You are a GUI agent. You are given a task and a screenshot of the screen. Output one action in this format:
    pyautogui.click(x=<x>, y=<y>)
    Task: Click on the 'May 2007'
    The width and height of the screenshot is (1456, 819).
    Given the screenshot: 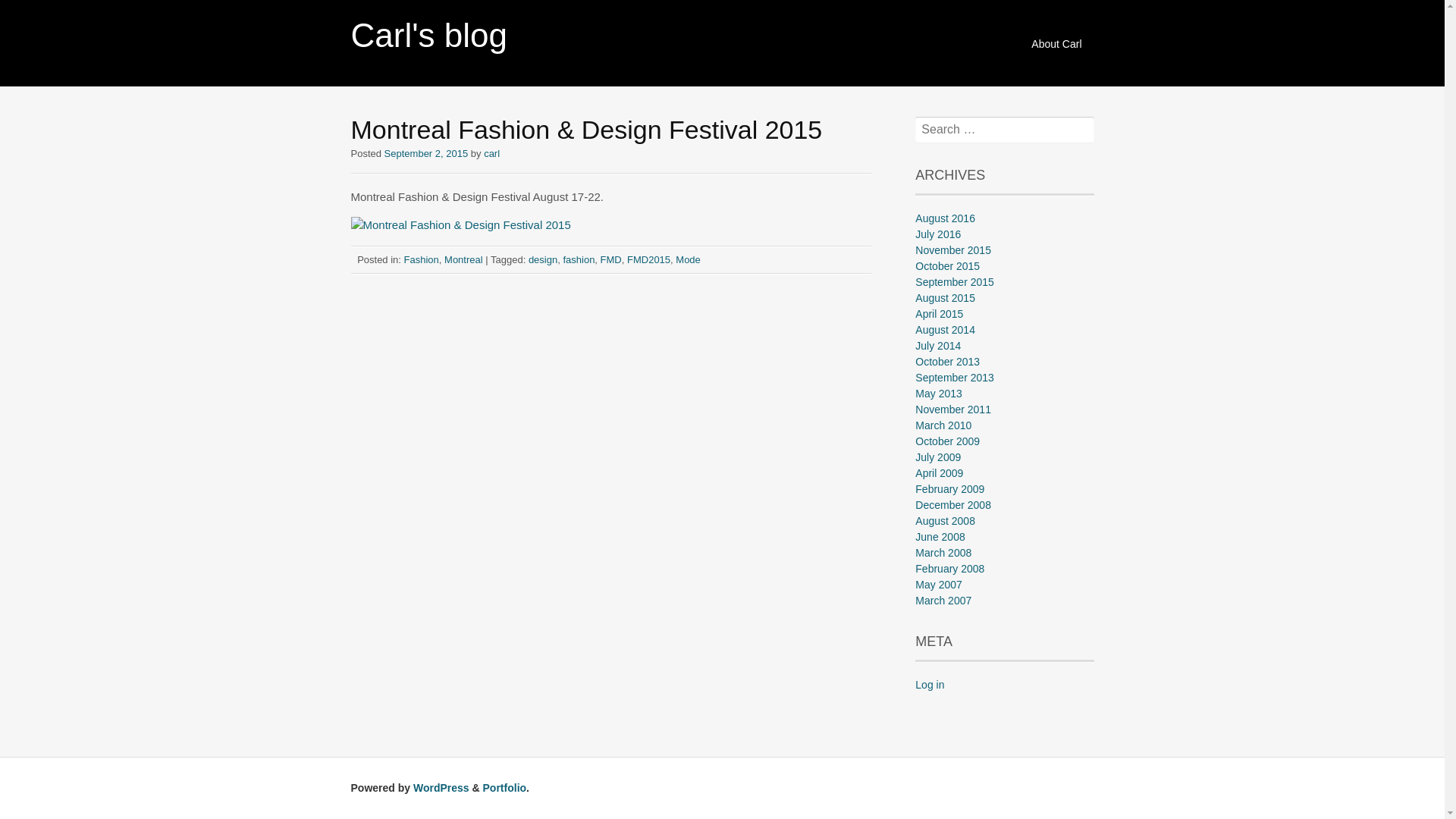 What is the action you would take?
    pyautogui.click(x=937, y=584)
    